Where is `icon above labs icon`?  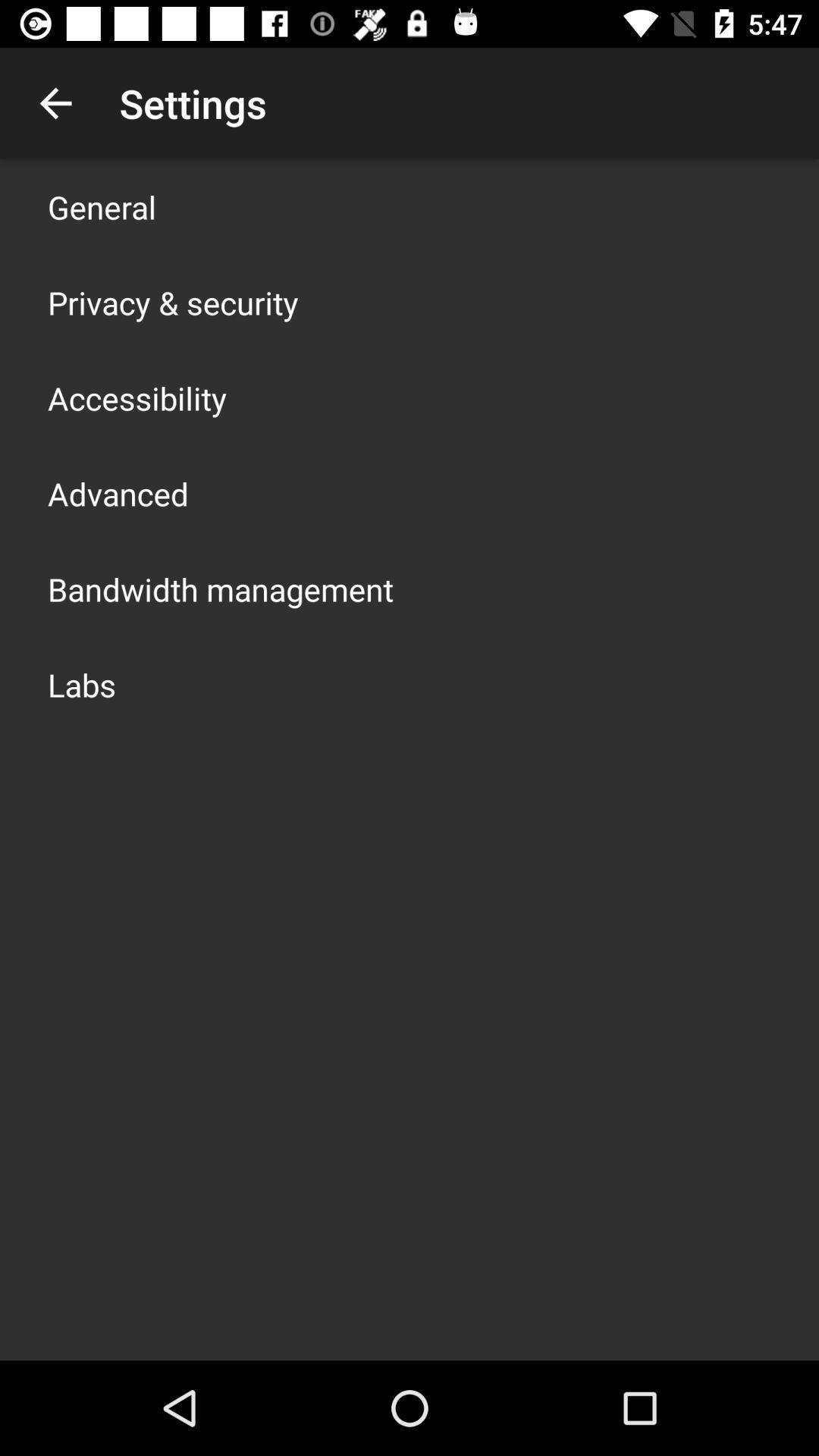
icon above labs icon is located at coordinates (220, 588).